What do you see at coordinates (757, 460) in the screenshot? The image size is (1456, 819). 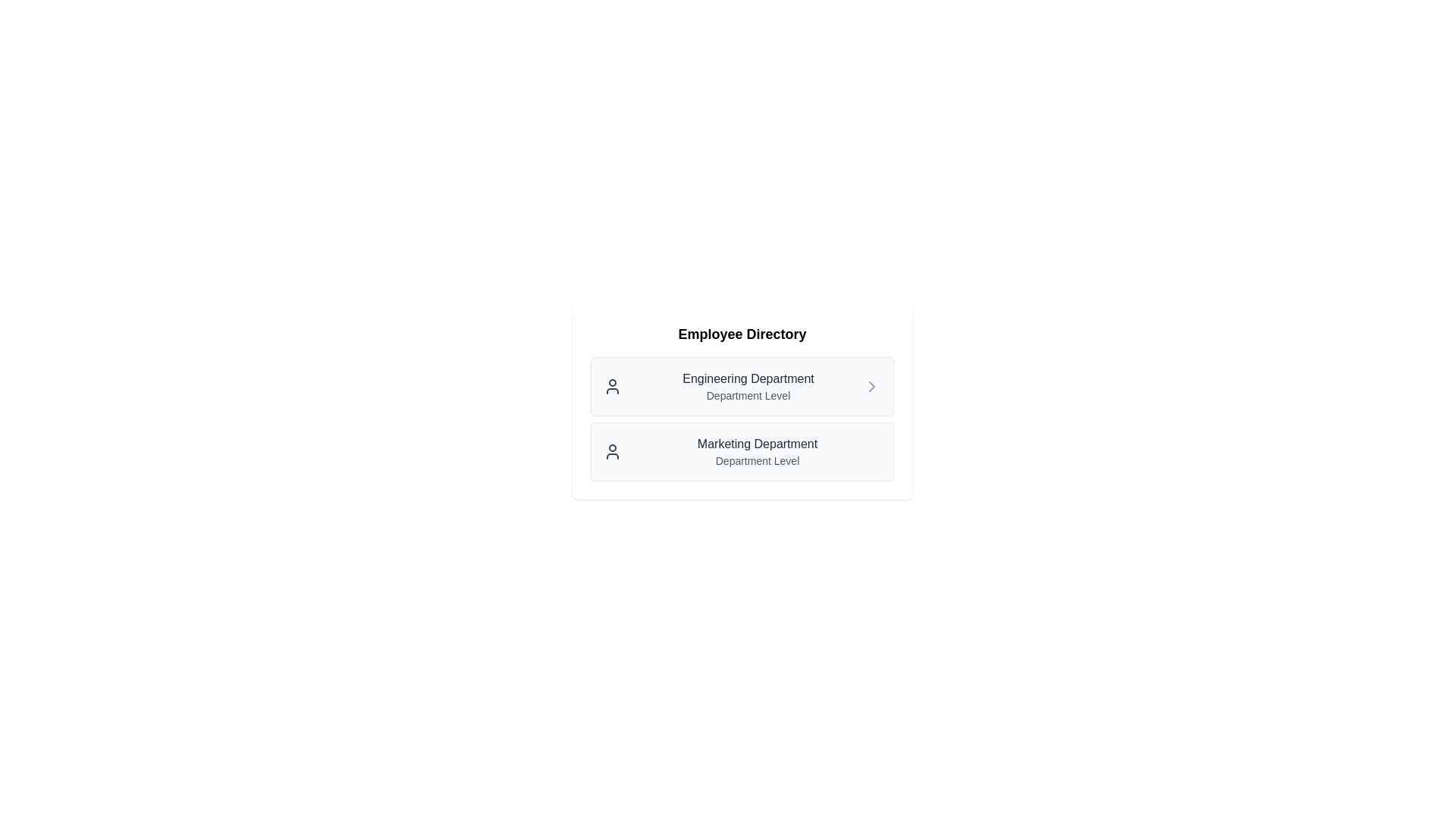 I see `the 'Department Level' label, which displays the text in gray color and is positioned below the 'Marketing Department' label` at bounding box center [757, 460].